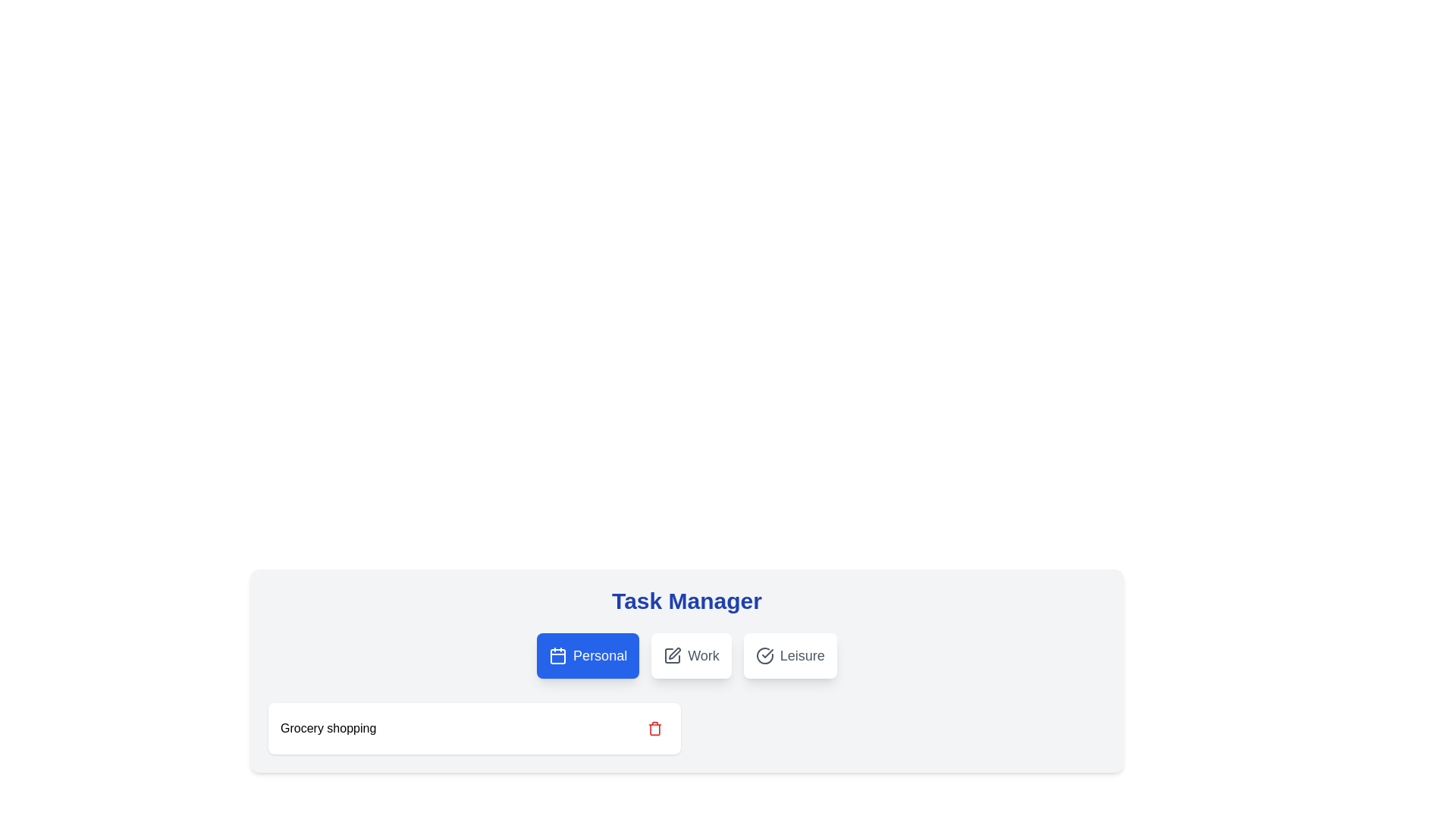 The width and height of the screenshot is (1456, 819). I want to click on the 'Leisure' label located inside the rightmost button of three horizontal buttons labeled 'Personal', 'Work', and 'Leisure', so click(802, 654).